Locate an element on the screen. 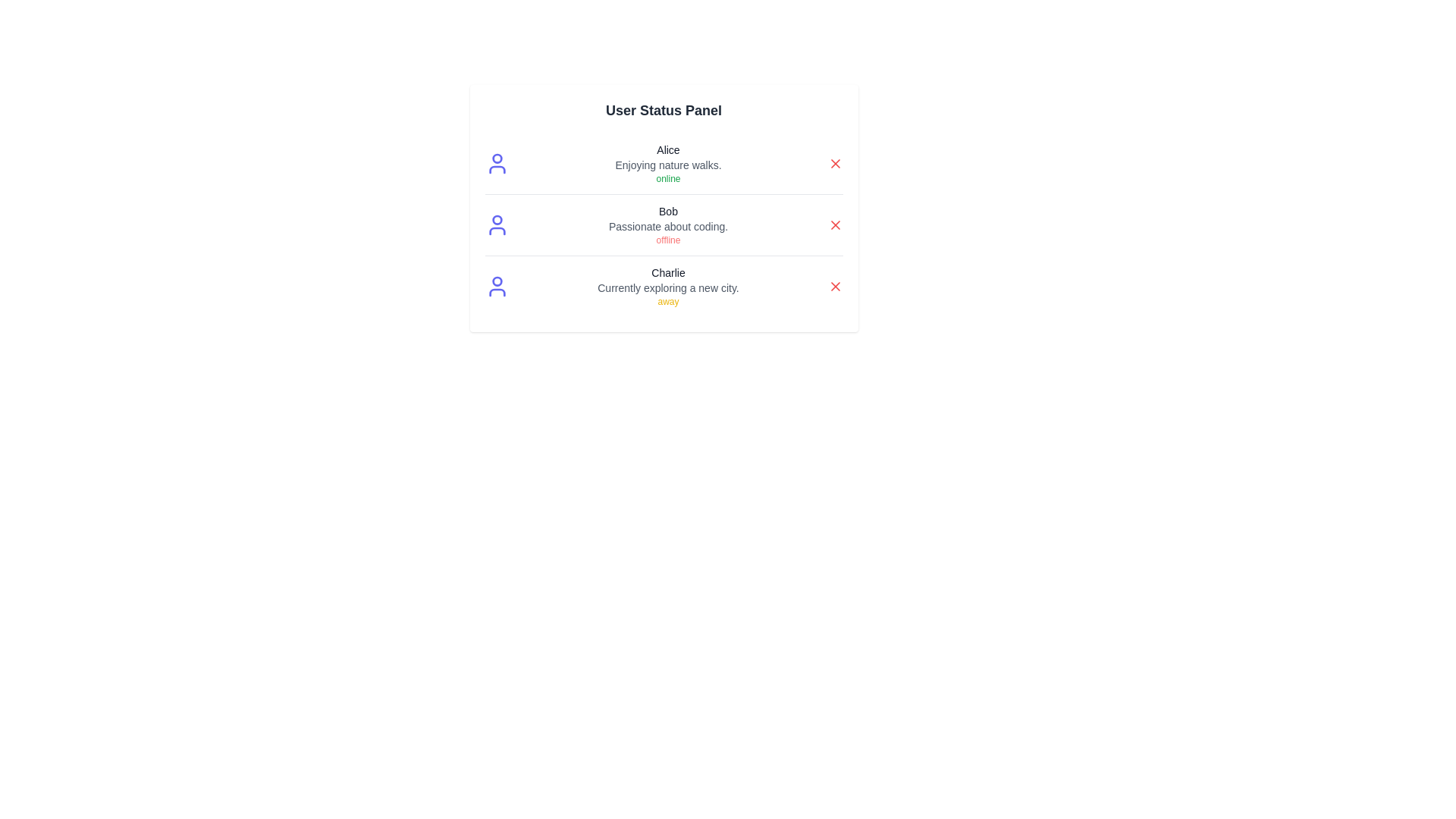  the static text label displaying the username 'Alice', which is the first item in the user information panel within the 'User Status Panel' interface is located at coordinates (667, 149).